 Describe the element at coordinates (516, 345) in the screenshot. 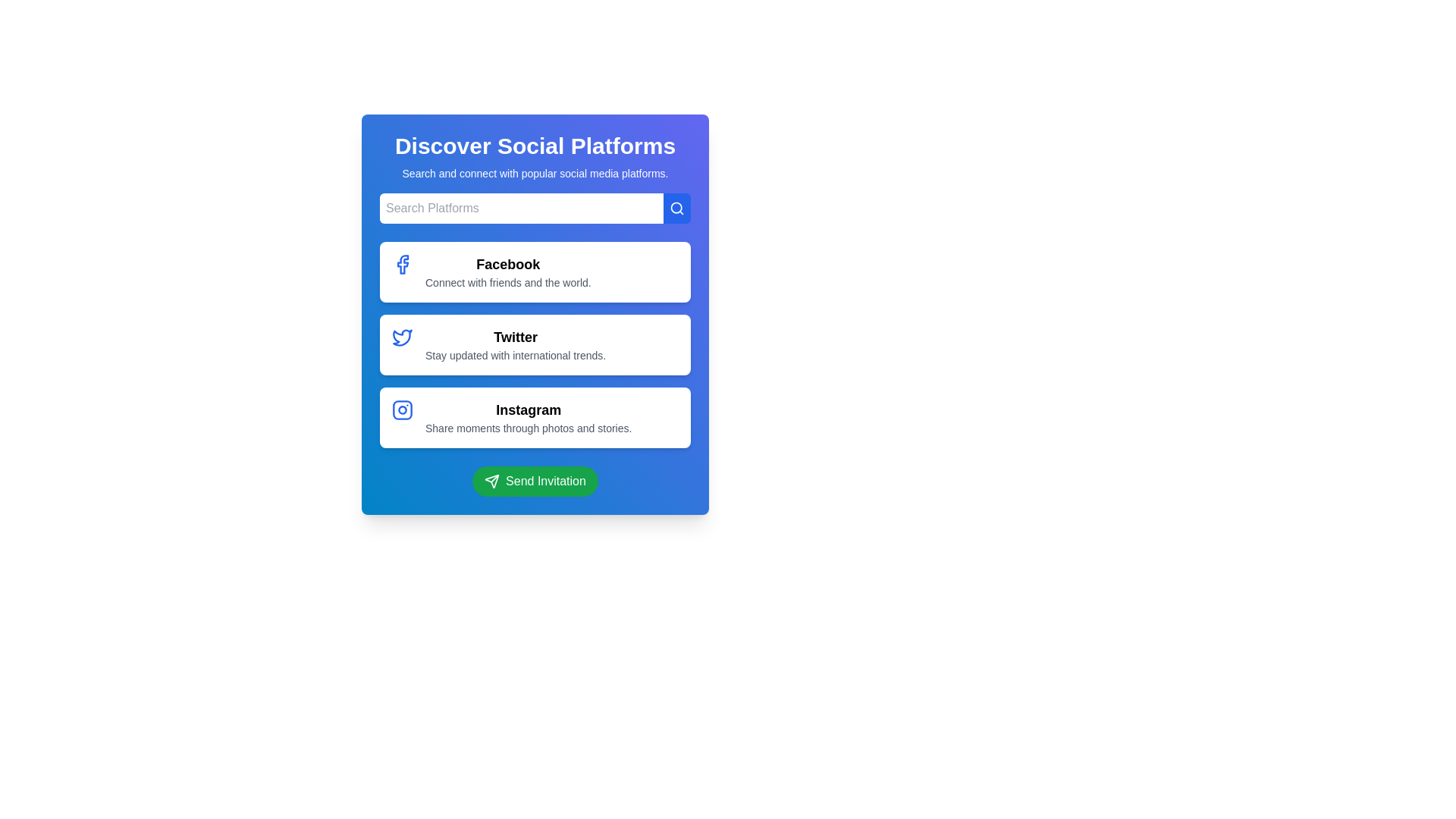

I see `the informational Text Display about the social media platform Twitter, which is located in the middle section of the layout panel, positioned between Facebook and Instagram` at that location.